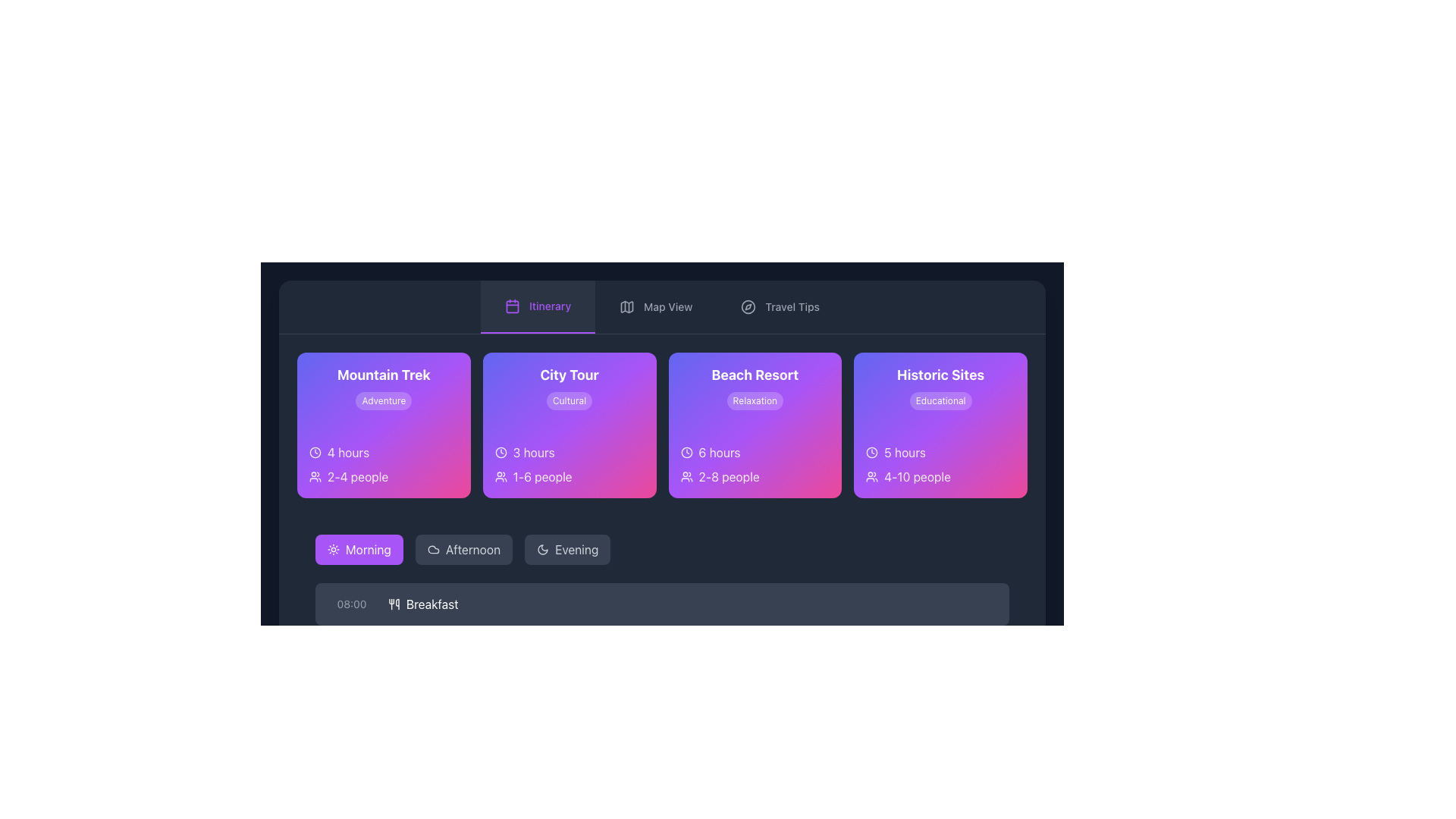  Describe the element at coordinates (729, 475) in the screenshot. I see `the text label displaying '2-8 people' in white font on a gradient pink-purple background, located at the bottom right corner of the 'Beach Resort' option card, just below the '6 hours' text` at that location.